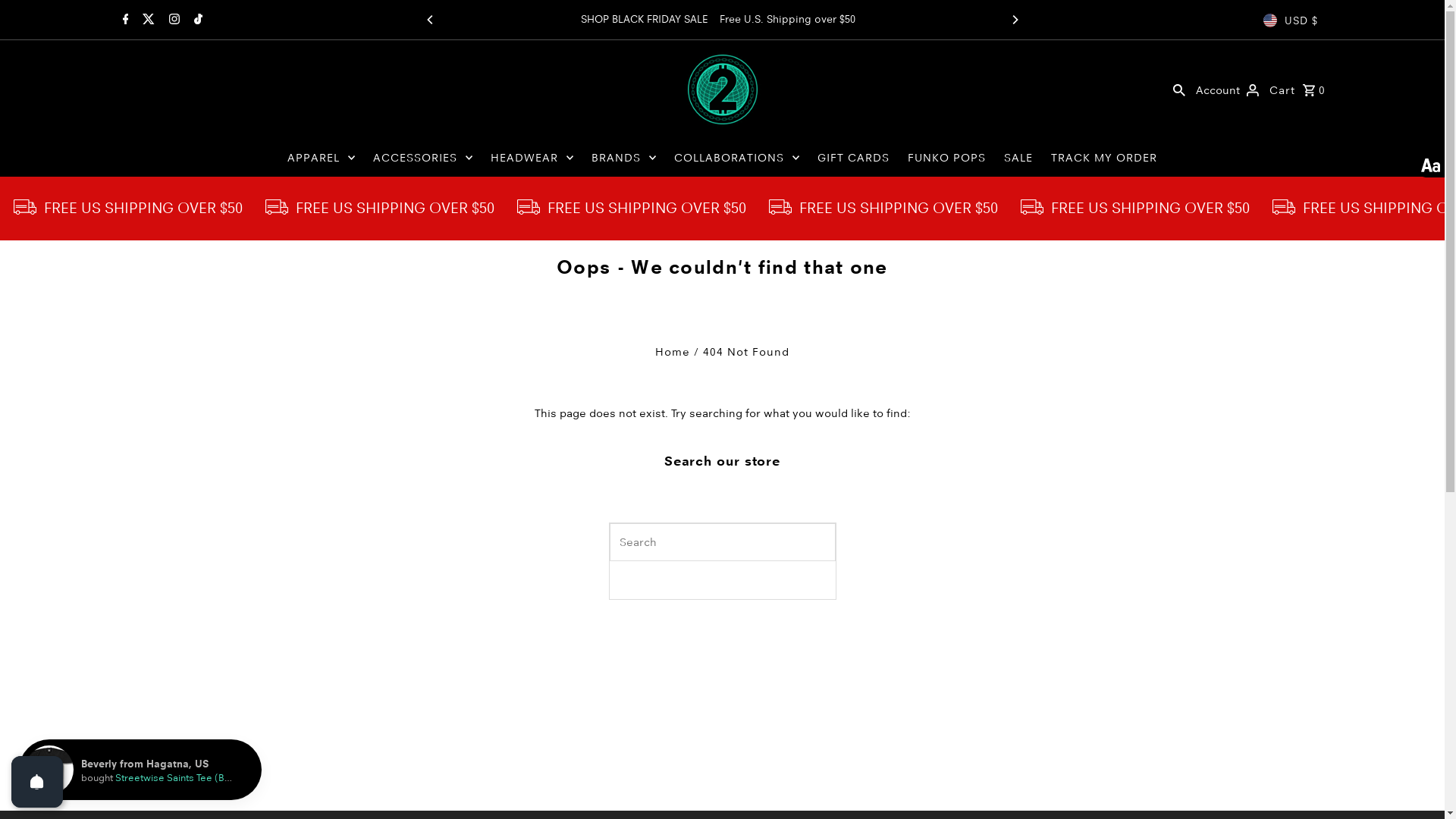 The width and height of the screenshot is (1456, 819). Describe the element at coordinates (1018, 158) in the screenshot. I see `'SALE'` at that location.